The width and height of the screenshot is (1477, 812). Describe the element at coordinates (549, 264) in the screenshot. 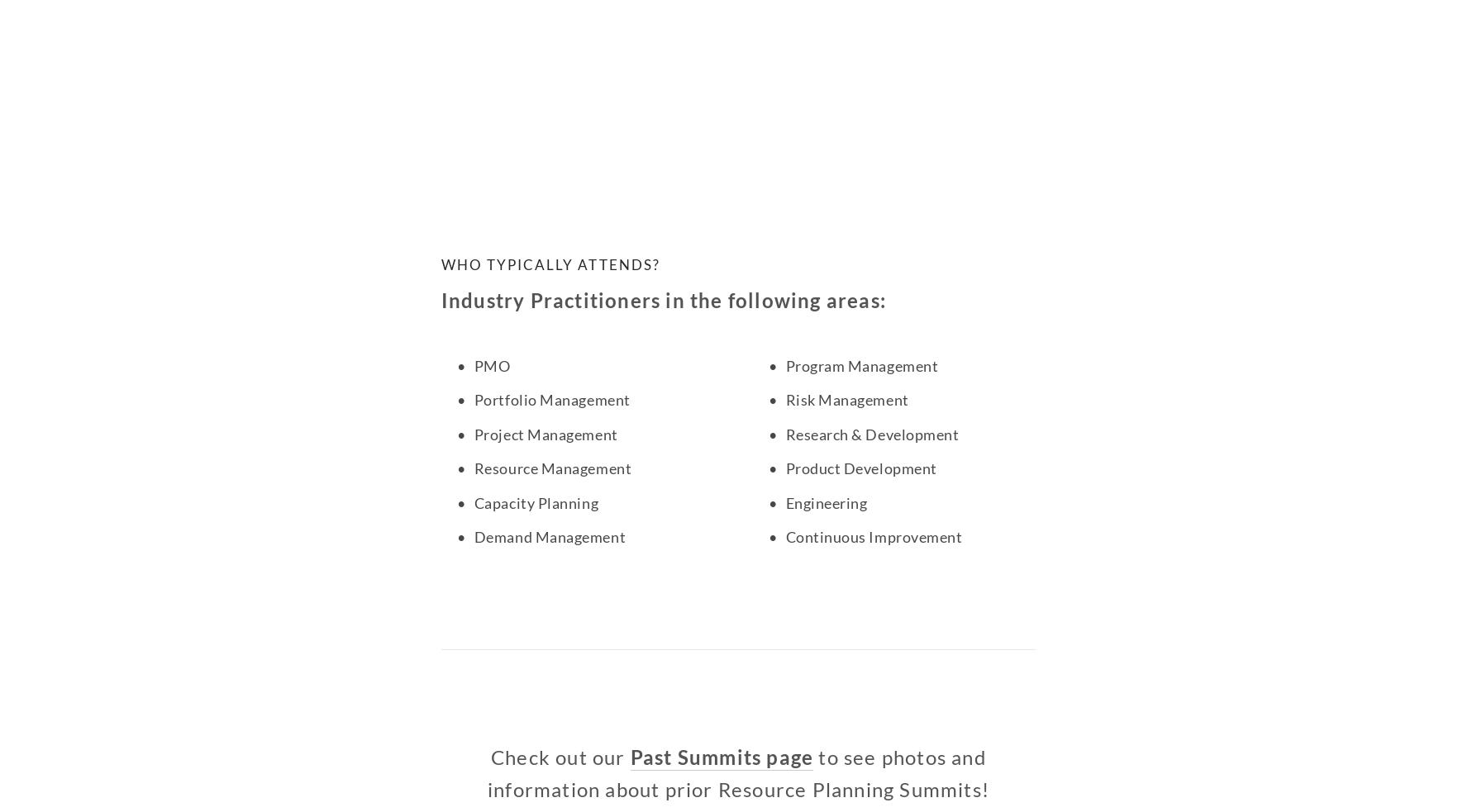

I see `'Who typically Attends?'` at that location.